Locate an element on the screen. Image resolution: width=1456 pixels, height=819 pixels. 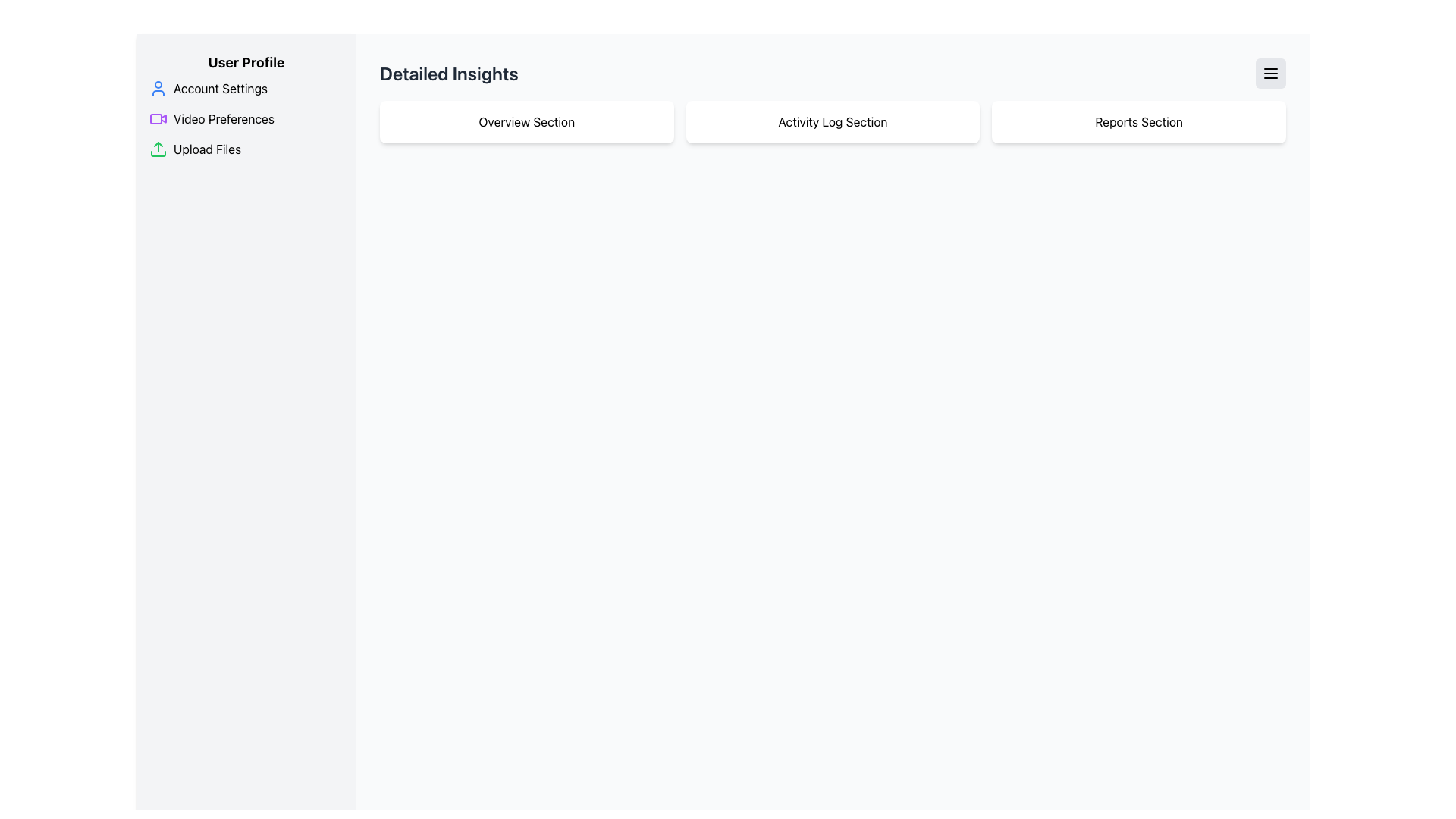
the interactive menu button located in the top-right corner of the 'Detailed Insights' section is located at coordinates (1270, 73).